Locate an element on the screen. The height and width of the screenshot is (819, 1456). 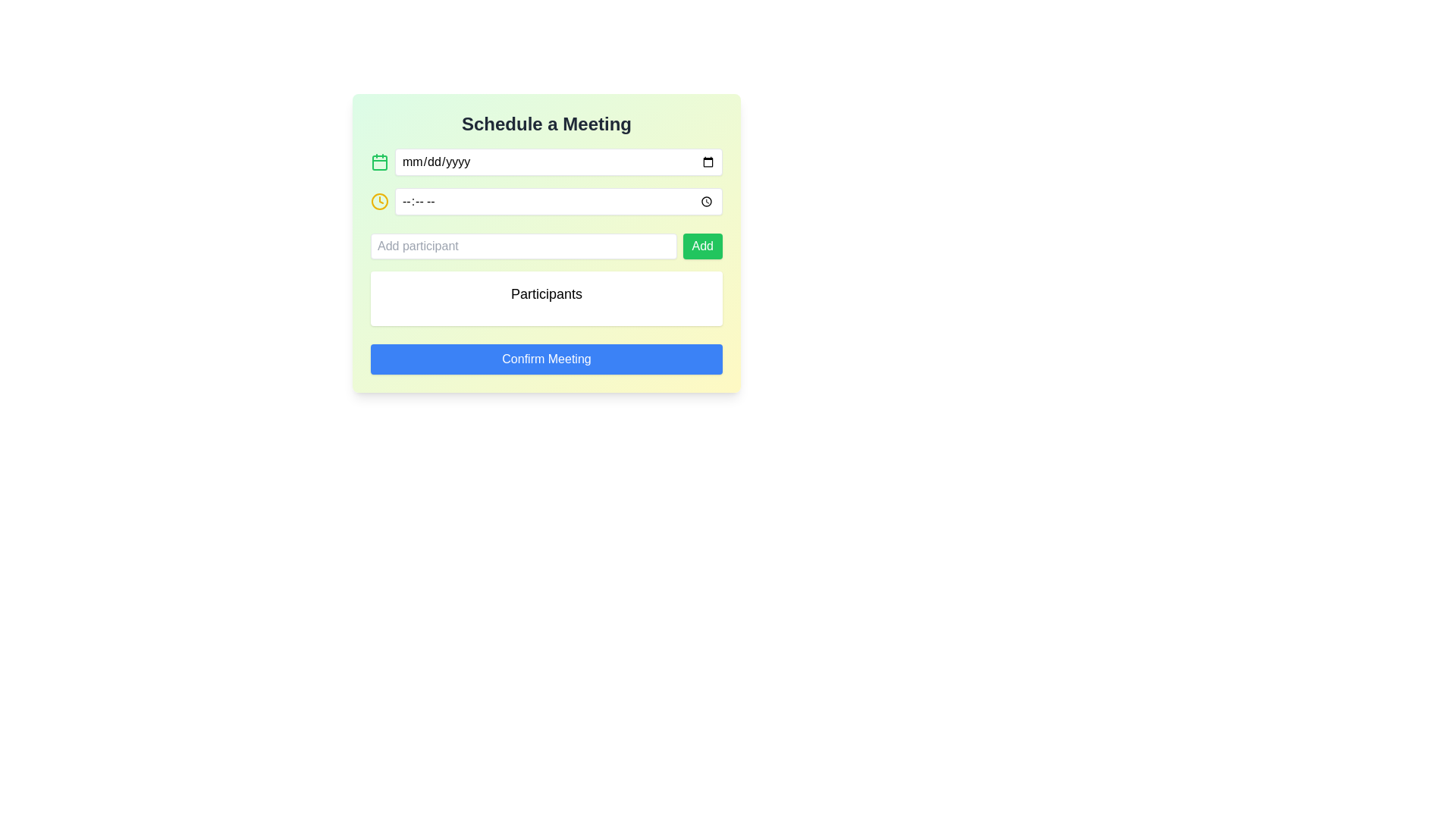
the date and time input fields located centrally in the 'Schedule a Meeting' section, which includes a calendar icon for date and a clock icon for time is located at coordinates (546, 180).